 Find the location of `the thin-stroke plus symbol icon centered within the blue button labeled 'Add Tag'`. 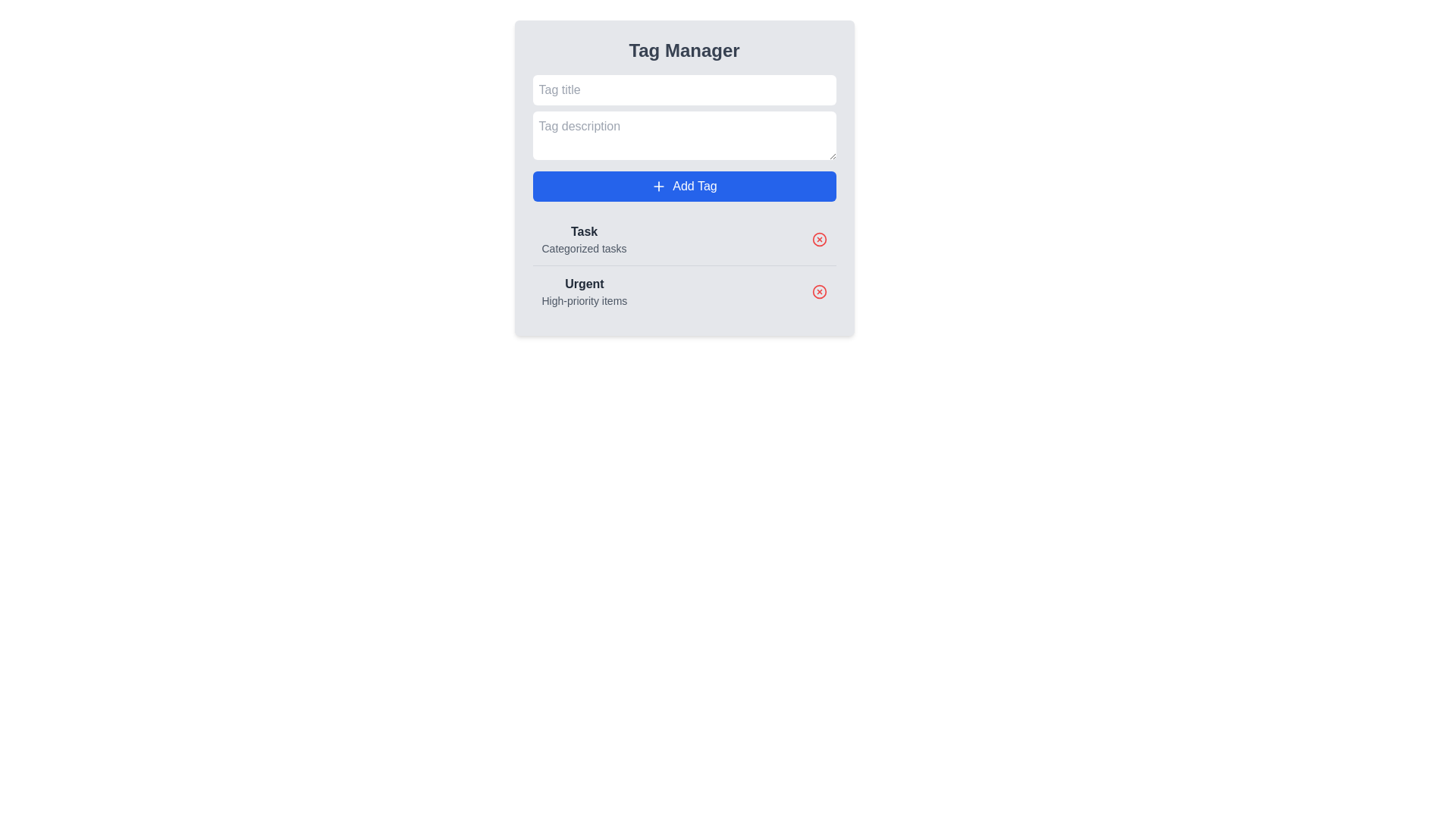

the thin-stroke plus symbol icon centered within the blue button labeled 'Add Tag' is located at coordinates (659, 186).